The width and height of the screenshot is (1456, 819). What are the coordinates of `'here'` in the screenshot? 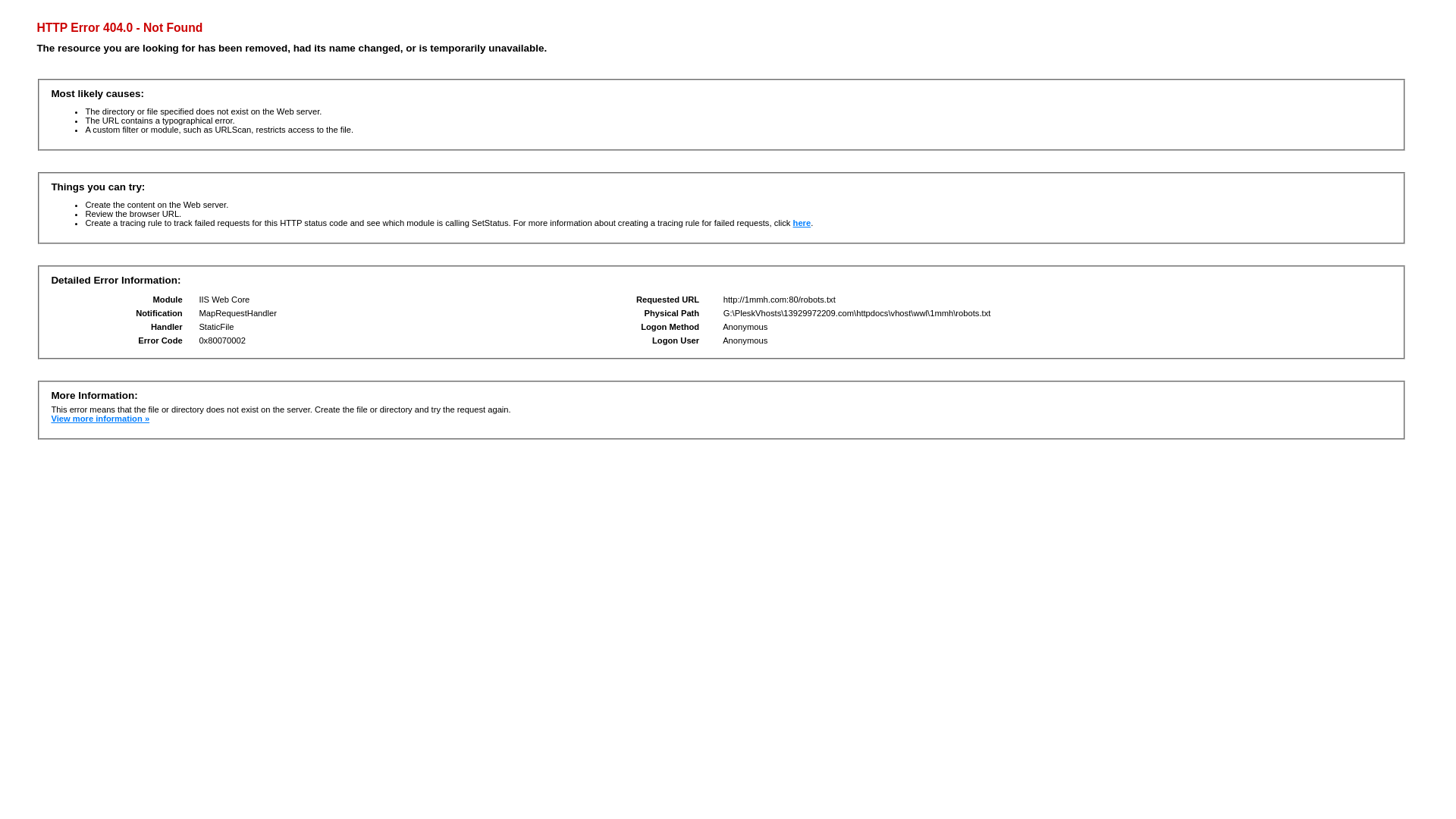 It's located at (801, 222).